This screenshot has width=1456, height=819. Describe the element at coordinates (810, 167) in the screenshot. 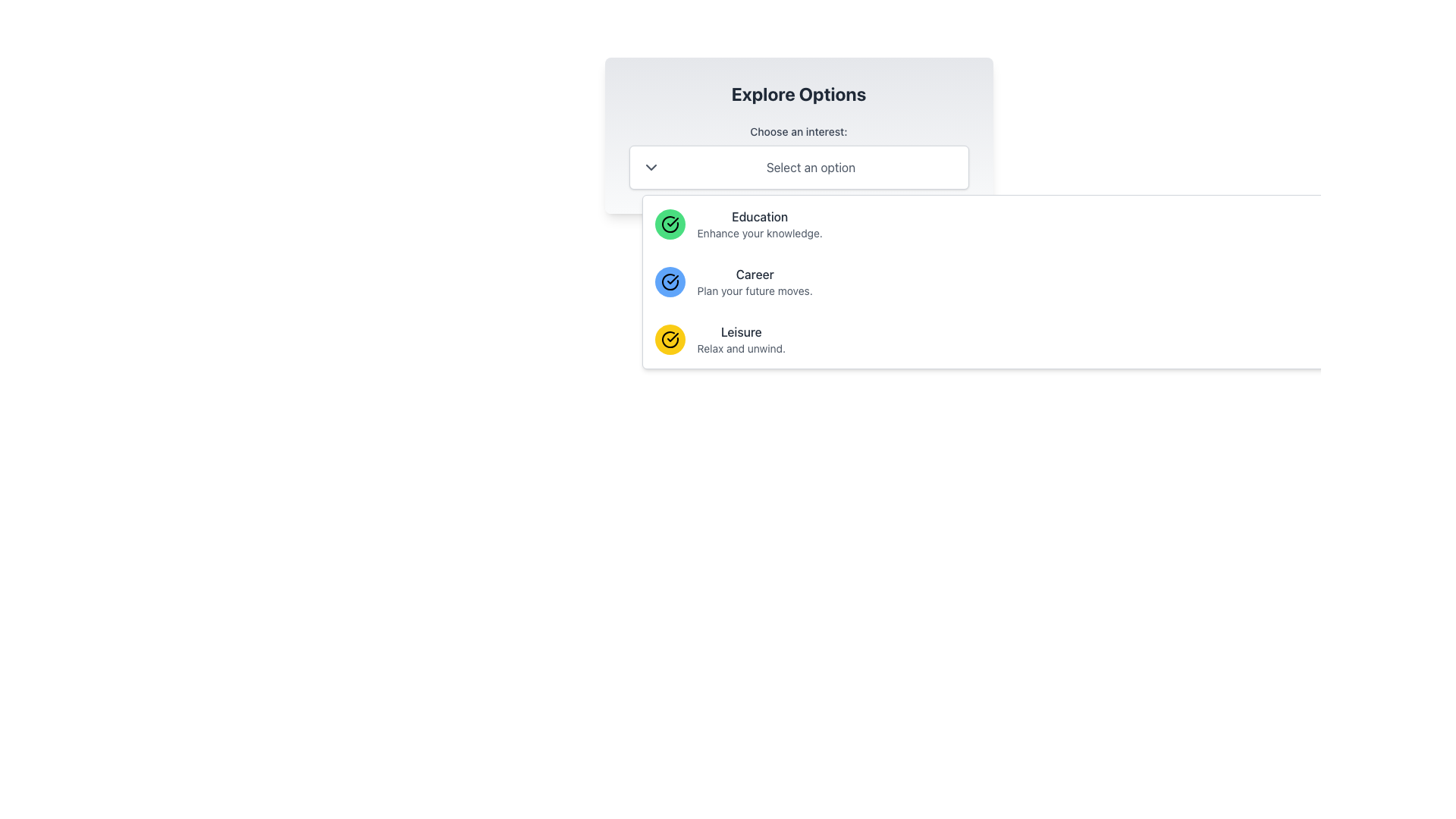

I see `the text label displaying 'Select an option' in the dropdown menu located below the heading 'Explore Options'` at that location.